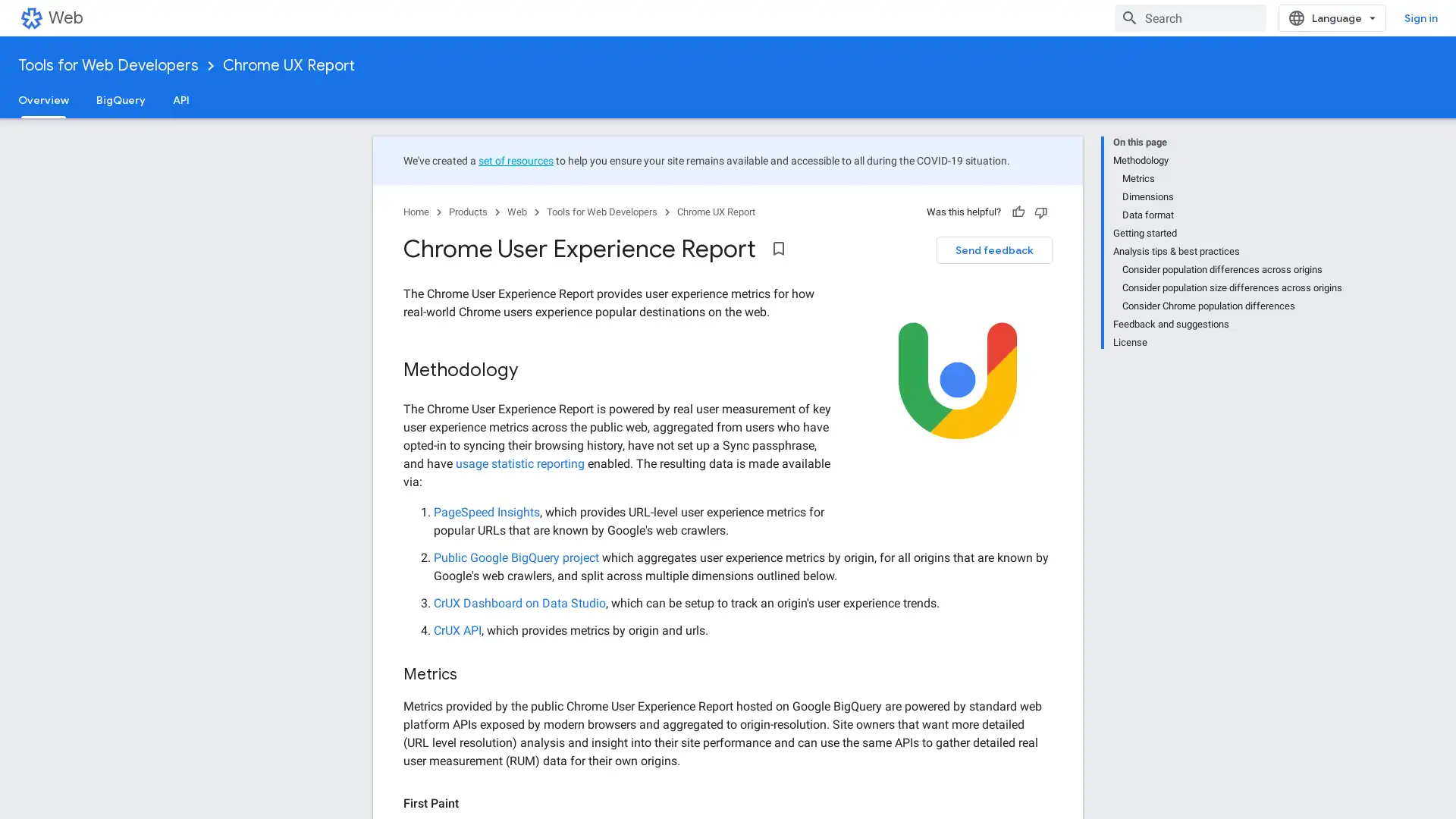  Describe the element at coordinates (1018, 212) in the screenshot. I see `Helpful` at that location.